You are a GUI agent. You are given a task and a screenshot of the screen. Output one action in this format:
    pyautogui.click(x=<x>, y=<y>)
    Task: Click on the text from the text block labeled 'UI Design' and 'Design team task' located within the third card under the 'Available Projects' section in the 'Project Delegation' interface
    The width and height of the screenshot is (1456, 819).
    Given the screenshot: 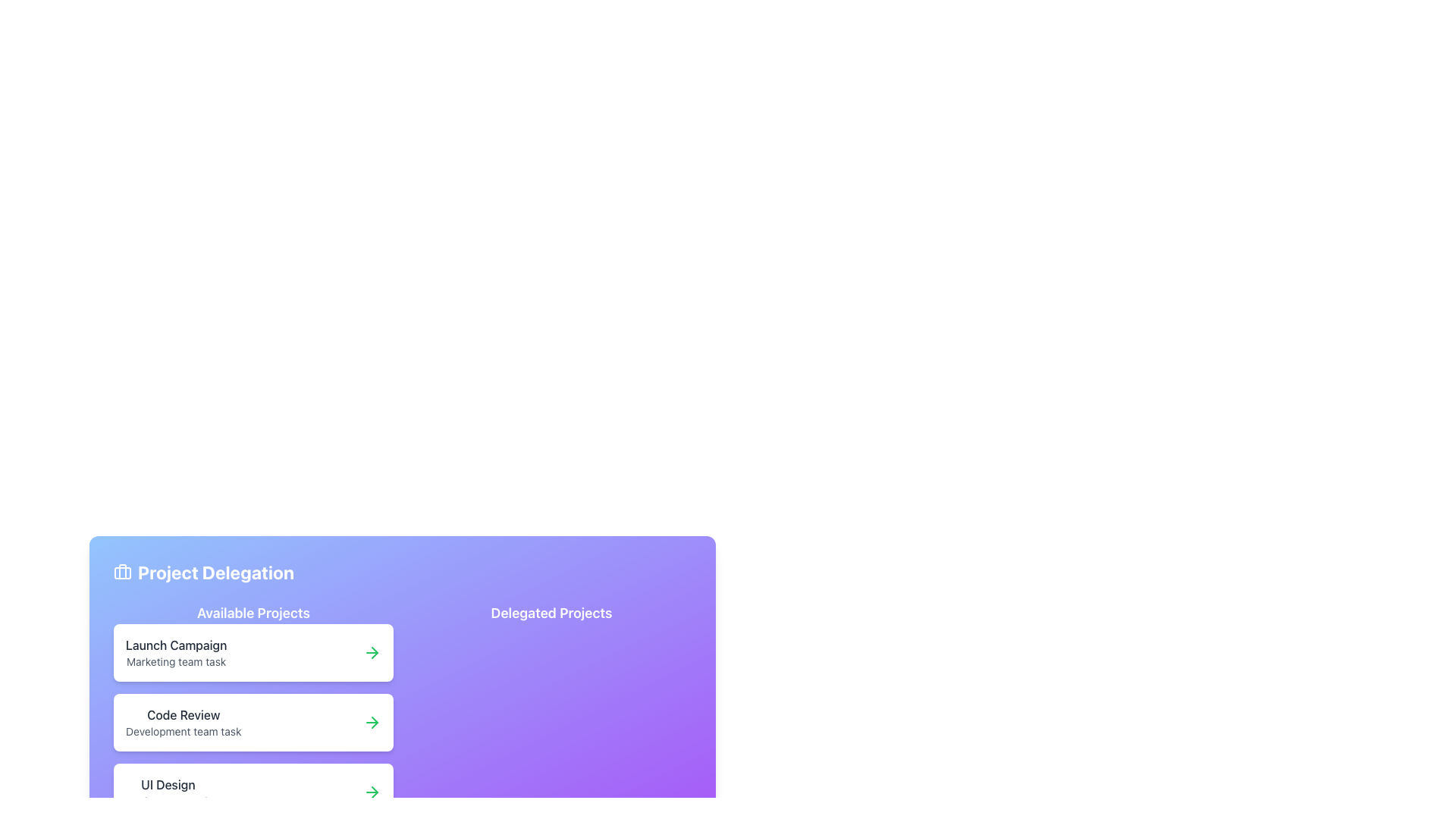 What is the action you would take?
    pyautogui.click(x=168, y=792)
    